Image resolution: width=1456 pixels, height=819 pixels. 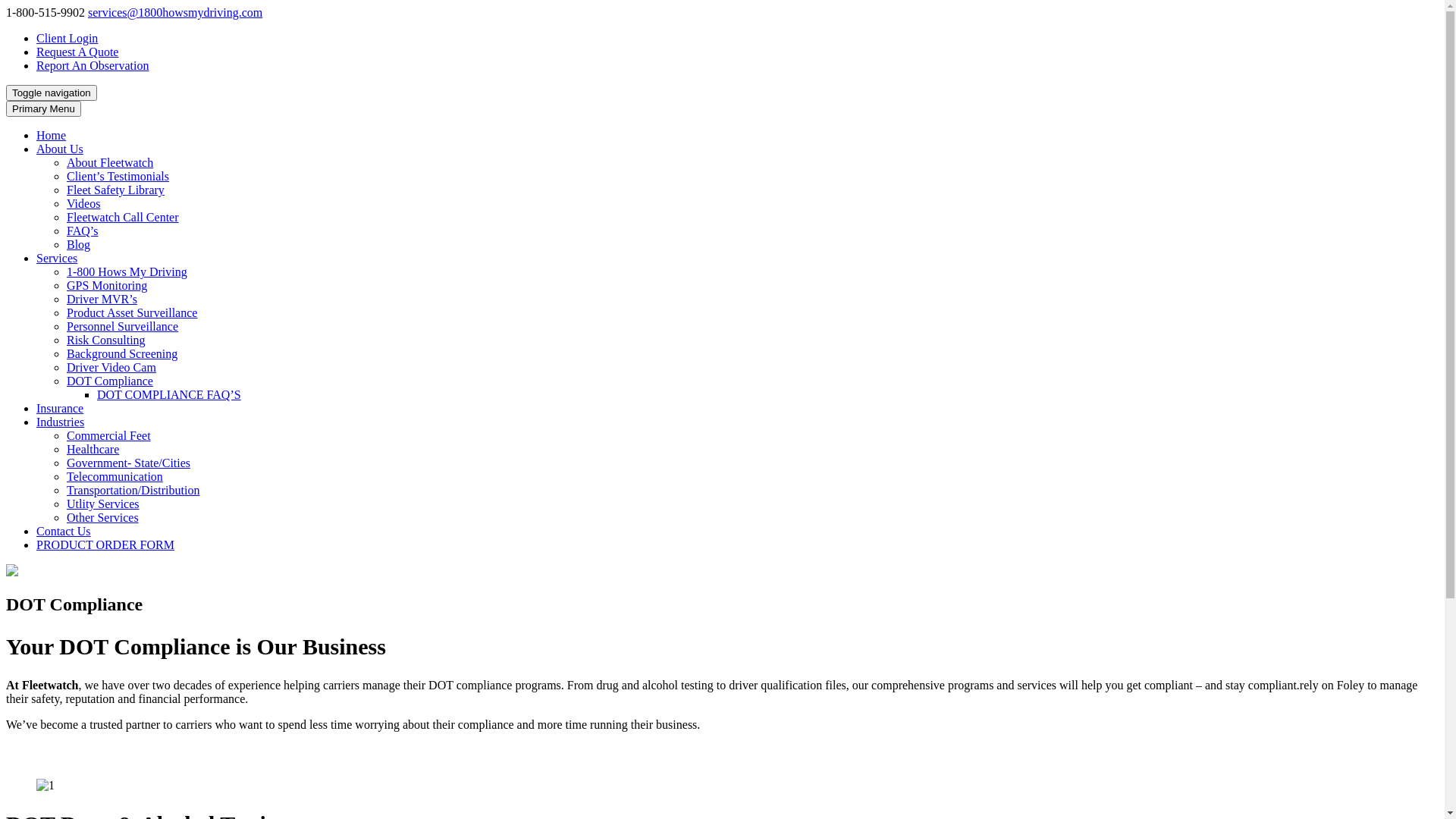 I want to click on 'Toggle navigation', so click(x=51, y=93).